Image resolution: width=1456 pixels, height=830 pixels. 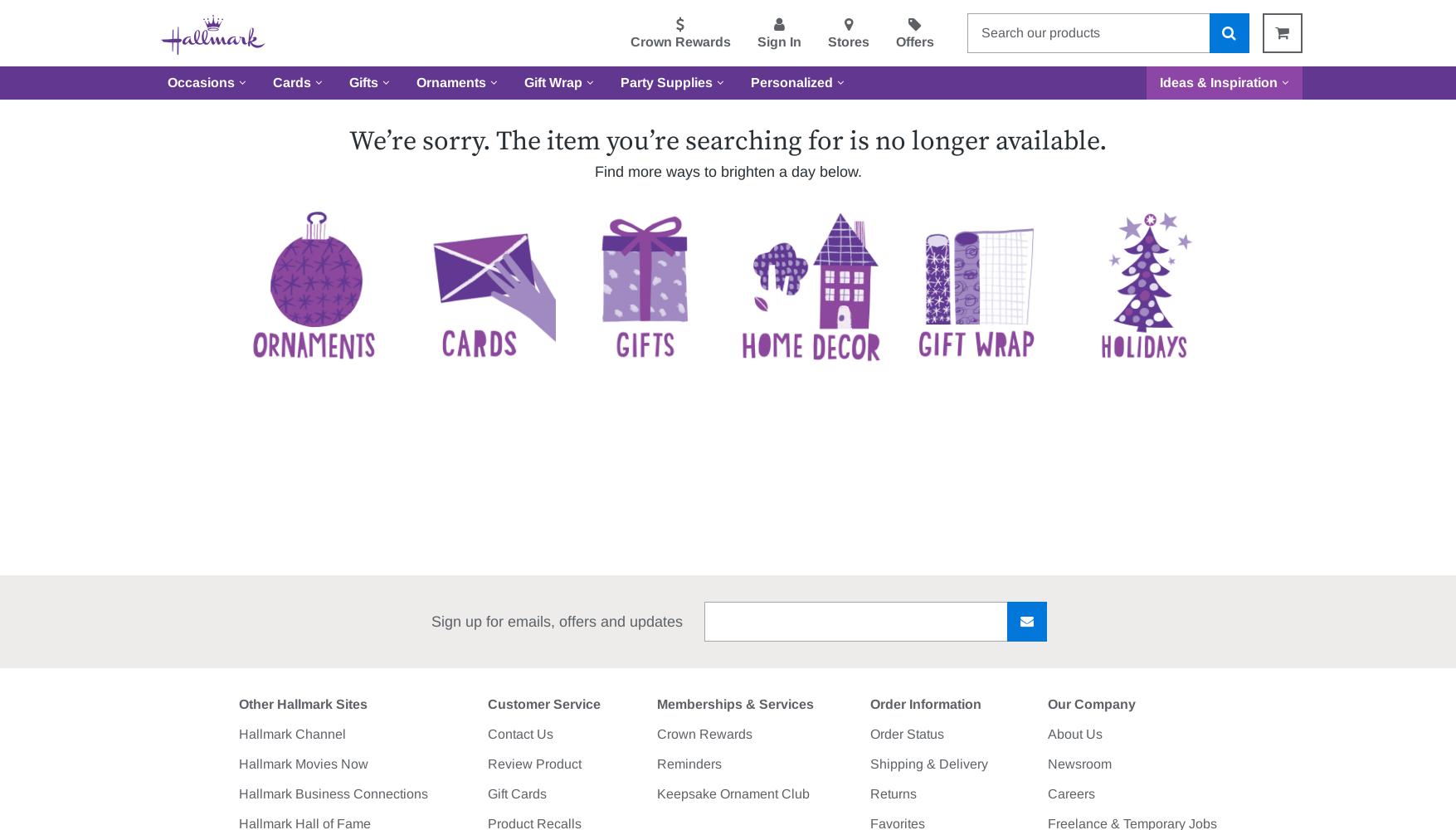 What do you see at coordinates (1158, 81) in the screenshot?
I see `'Ideas & Inspiration'` at bounding box center [1158, 81].